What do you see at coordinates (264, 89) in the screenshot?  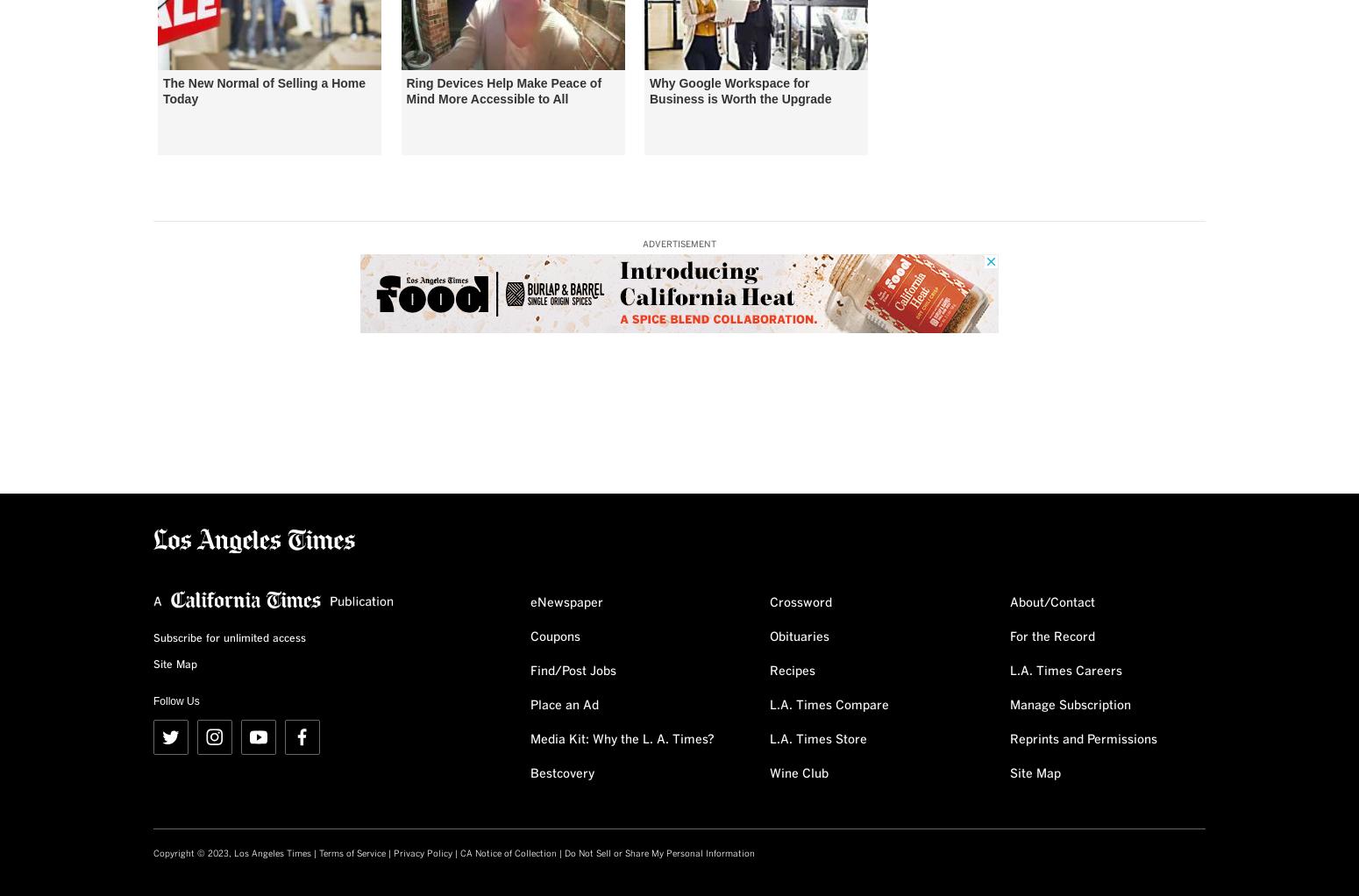 I see `'The New Normal of Selling a Home Today'` at bounding box center [264, 89].